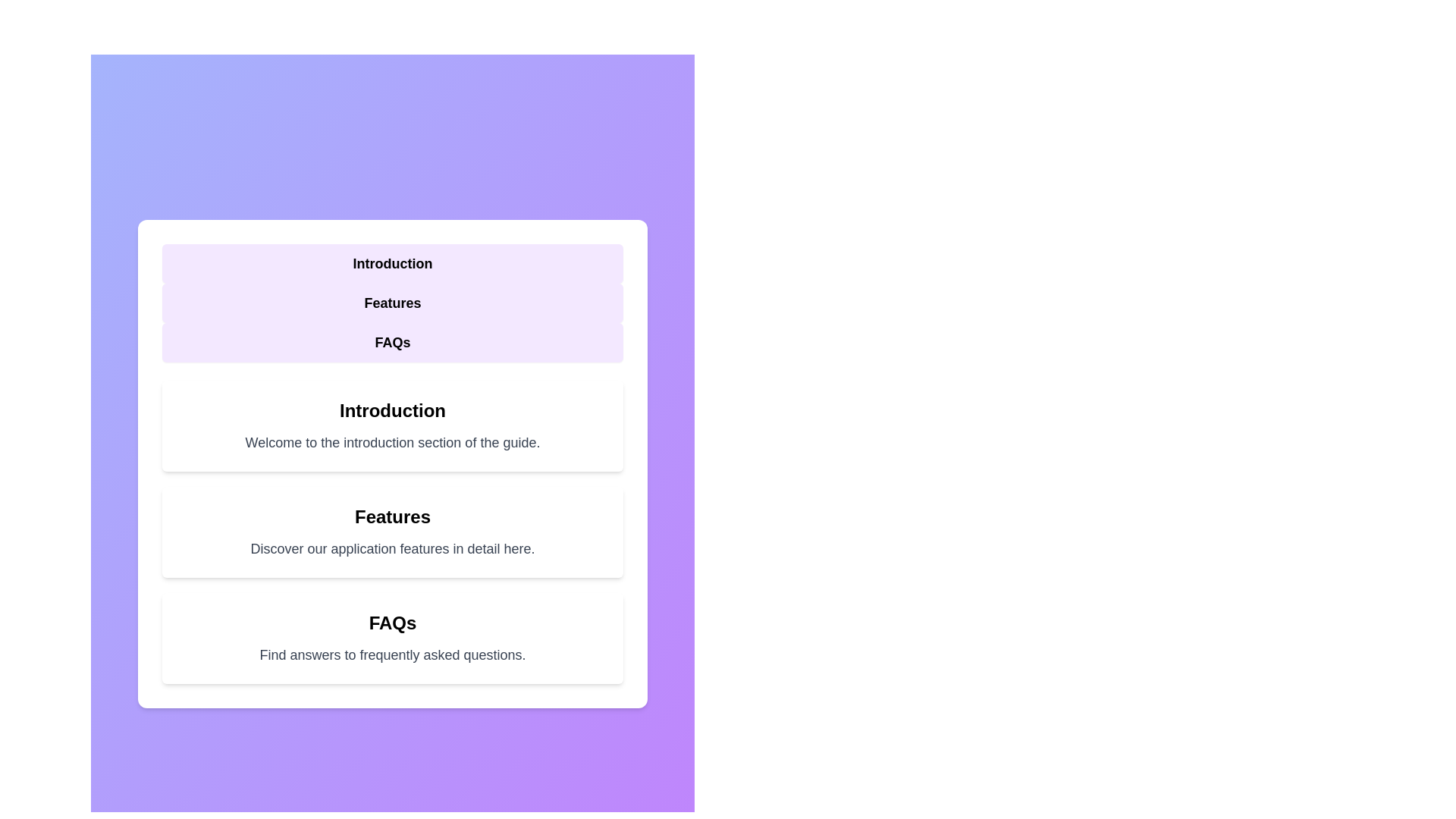 The width and height of the screenshot is (1456, 819). Describe the element at coordinates (393, 342) in the screenshot. I see `the 'FAQs' button, which is a rectangular button with bold black text on a light purple background, positioned centrally in the lower section of a vertical stack of buttons` at that location.